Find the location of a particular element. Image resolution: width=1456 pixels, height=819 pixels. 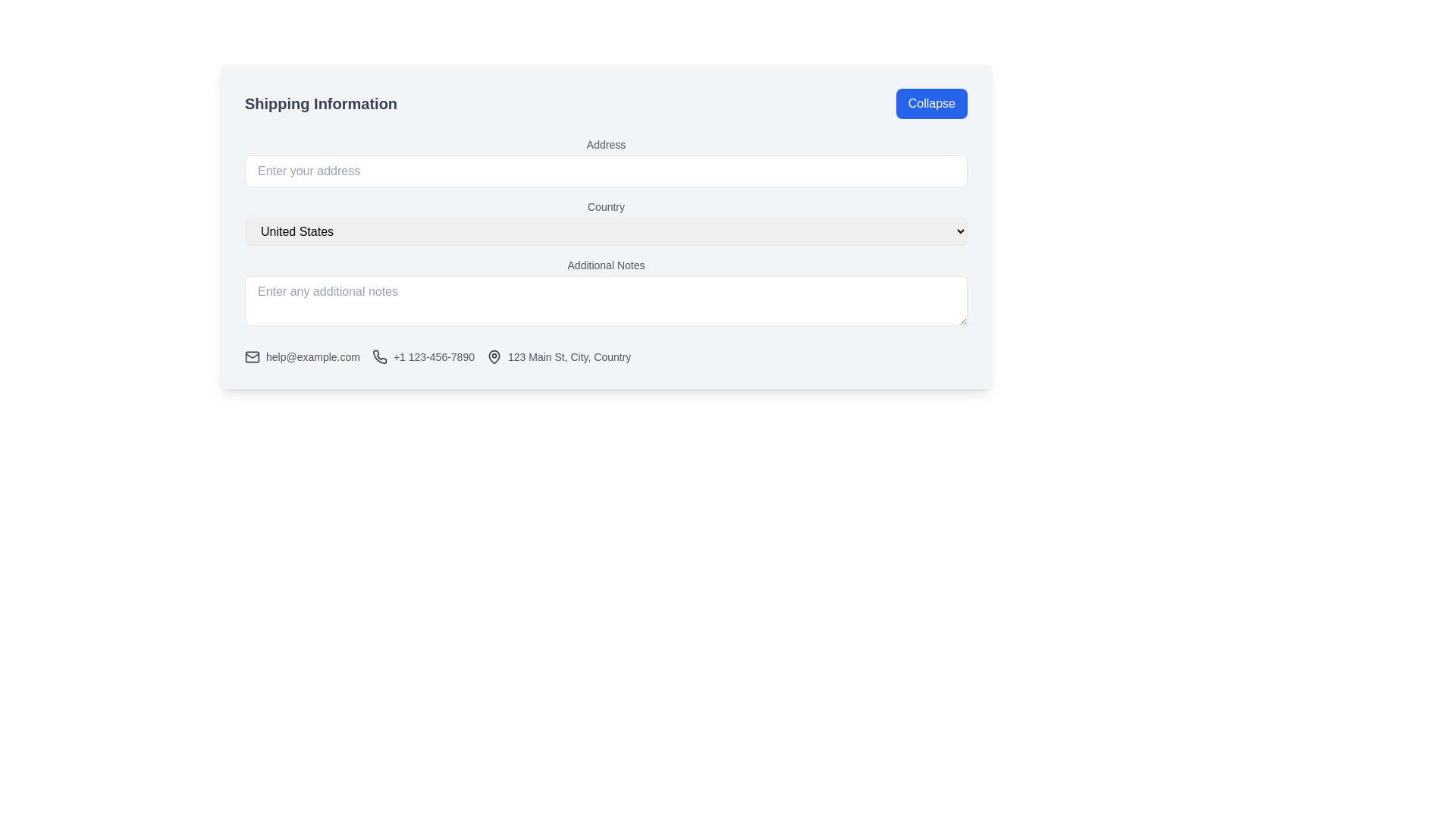

the static informational text displaying the phone number '+1 123-456-7890' located in the middle of three horizontally aligned elements at the bottom of the contact information section is located at coordinates (423, 356).